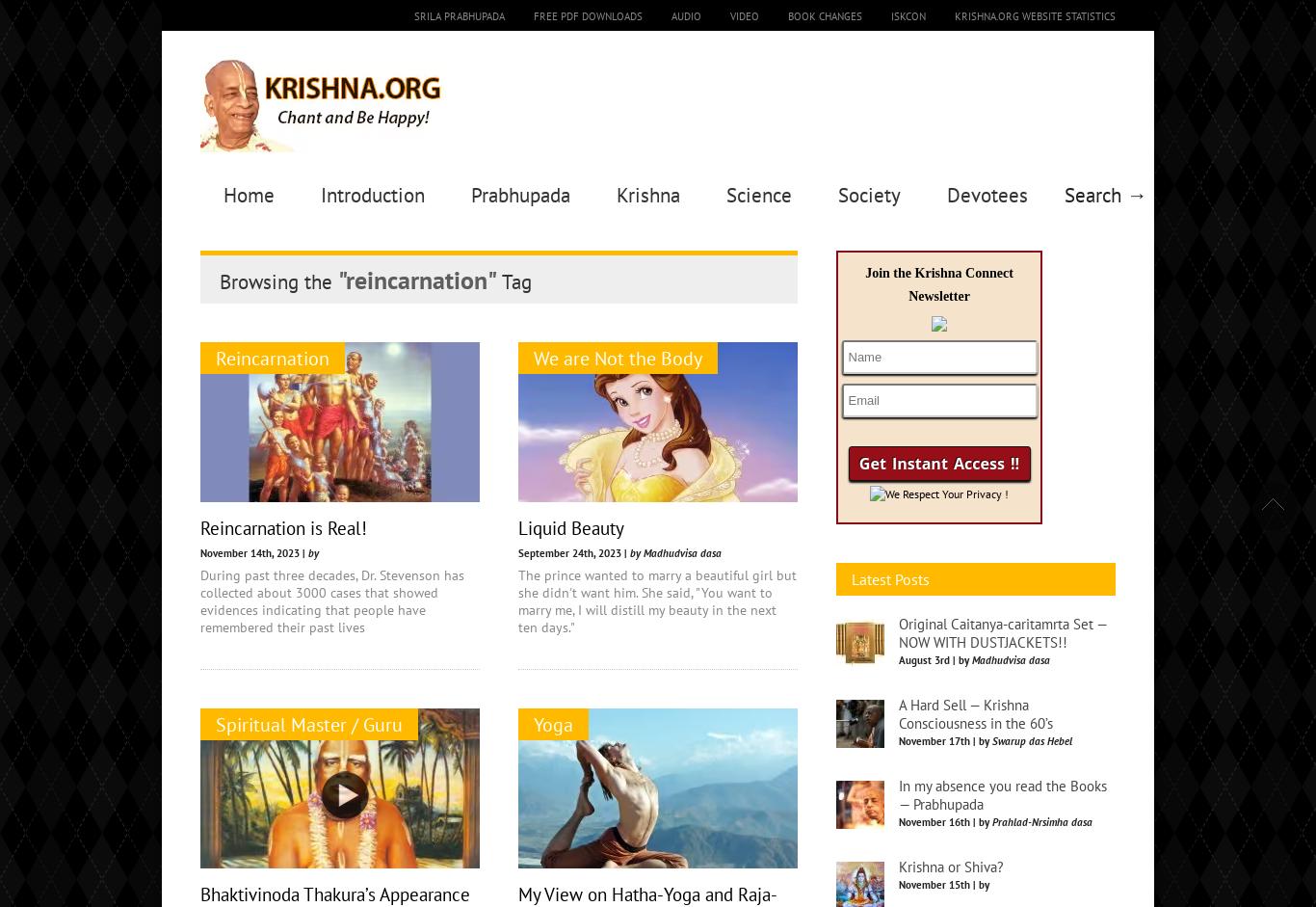 This screenshot has width=1316, height=907. What do you see at coordinates (215, 723) in the screenshot?
I see `'Spiritual Master / Guru'` at bounding box center [215, 723].